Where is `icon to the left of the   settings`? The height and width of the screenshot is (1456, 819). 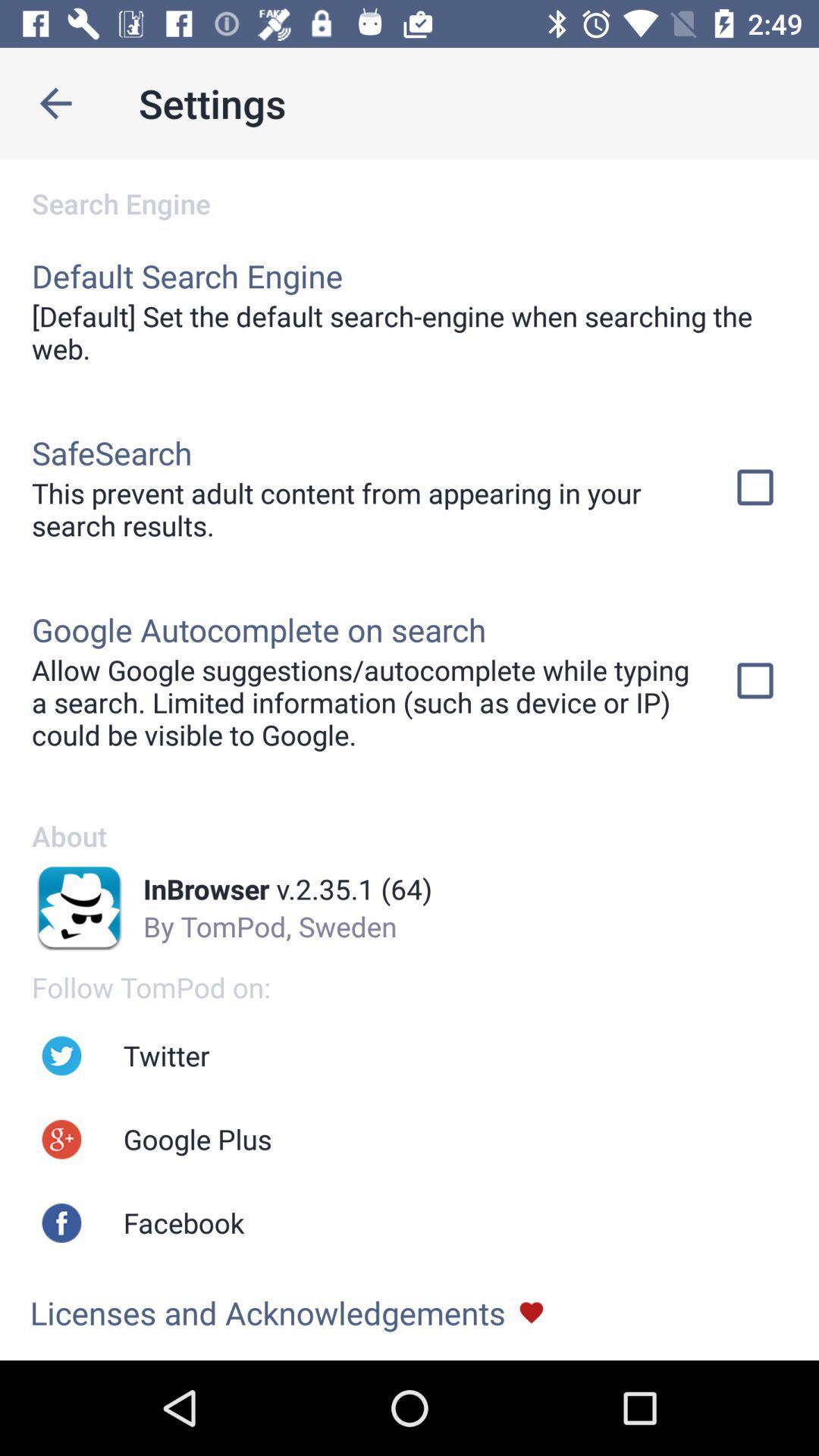
icon to the left of the   settings is located at coordinates (55, 102).